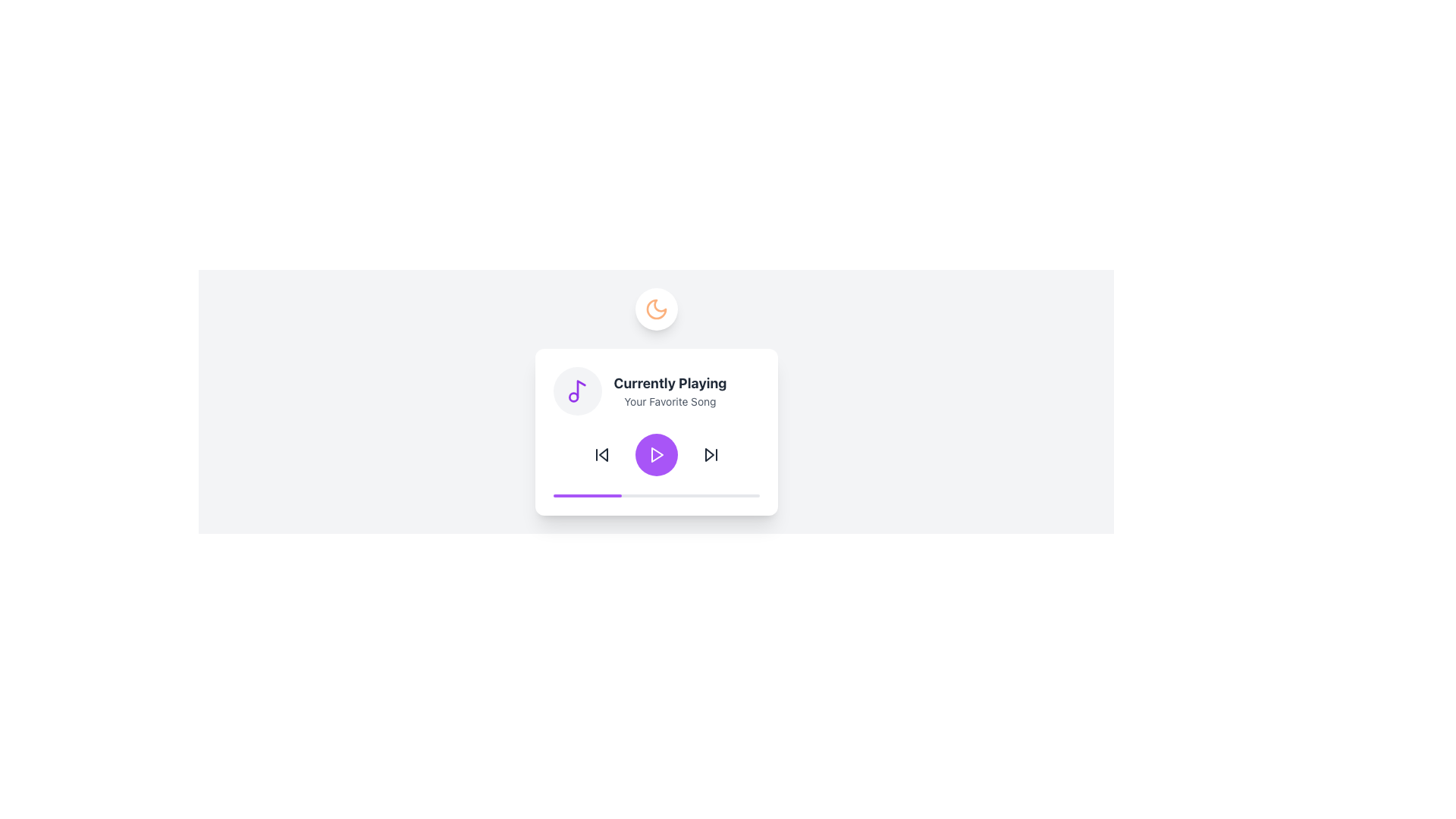 The height and width of the screenshot is (819, 1456). I want to click on the Skip-backward button, which is a small icon resembling a backward arrow within a circular button, located in the bottom section of the music control card, so click(601, 454).